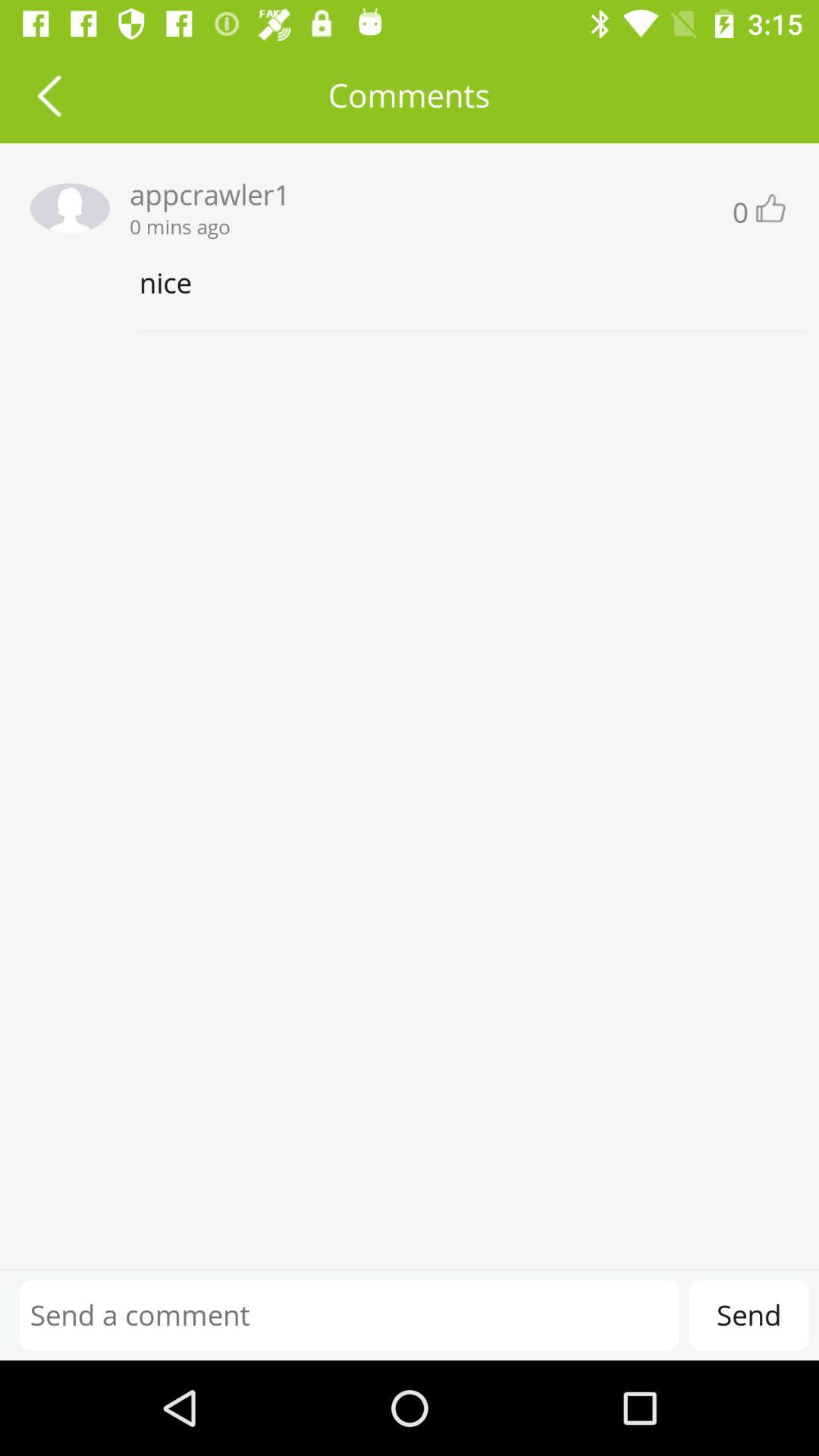 This screenshot has width=819, height=1456. I want to click on the item to the left of the appcrawler1, so click(64, 207).